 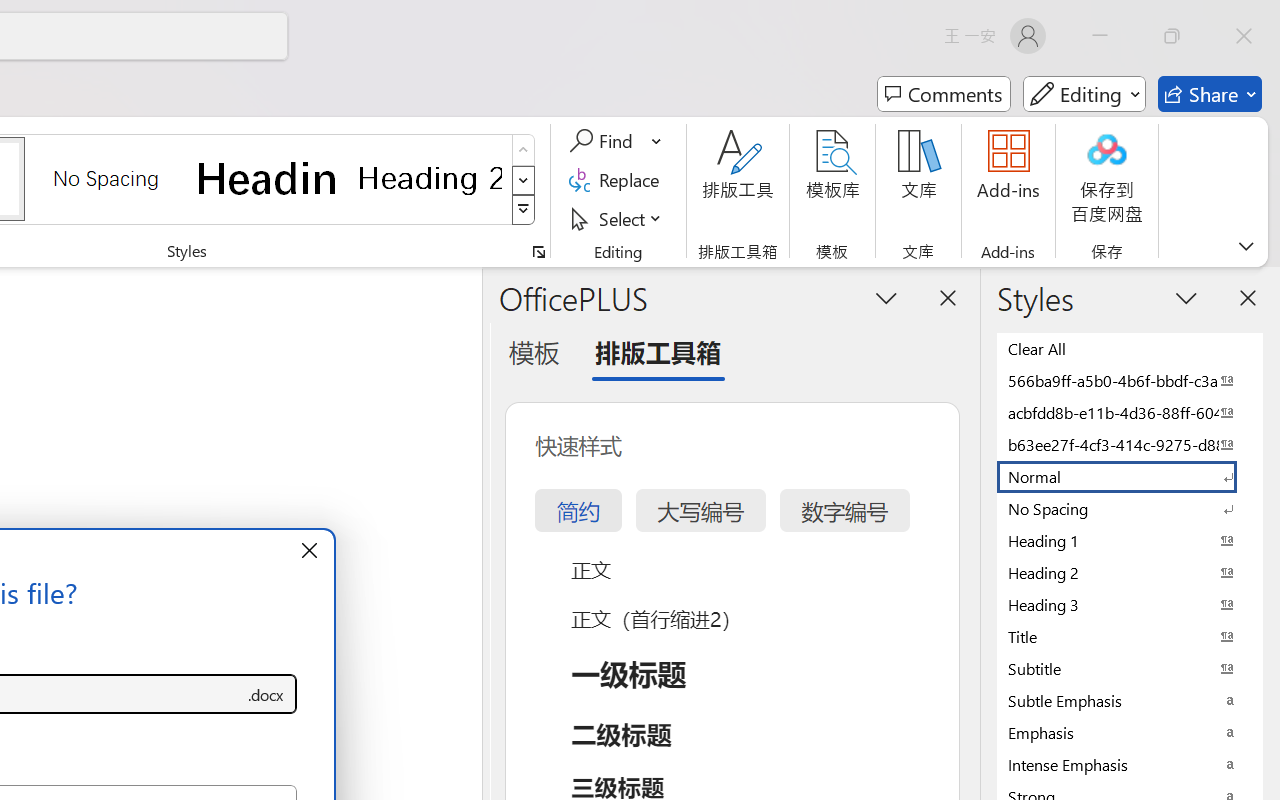 What do you see at coordinates (1130, 731) in the screenshot?
I see `'Emphasis'` at bounding box center [1130, 731].